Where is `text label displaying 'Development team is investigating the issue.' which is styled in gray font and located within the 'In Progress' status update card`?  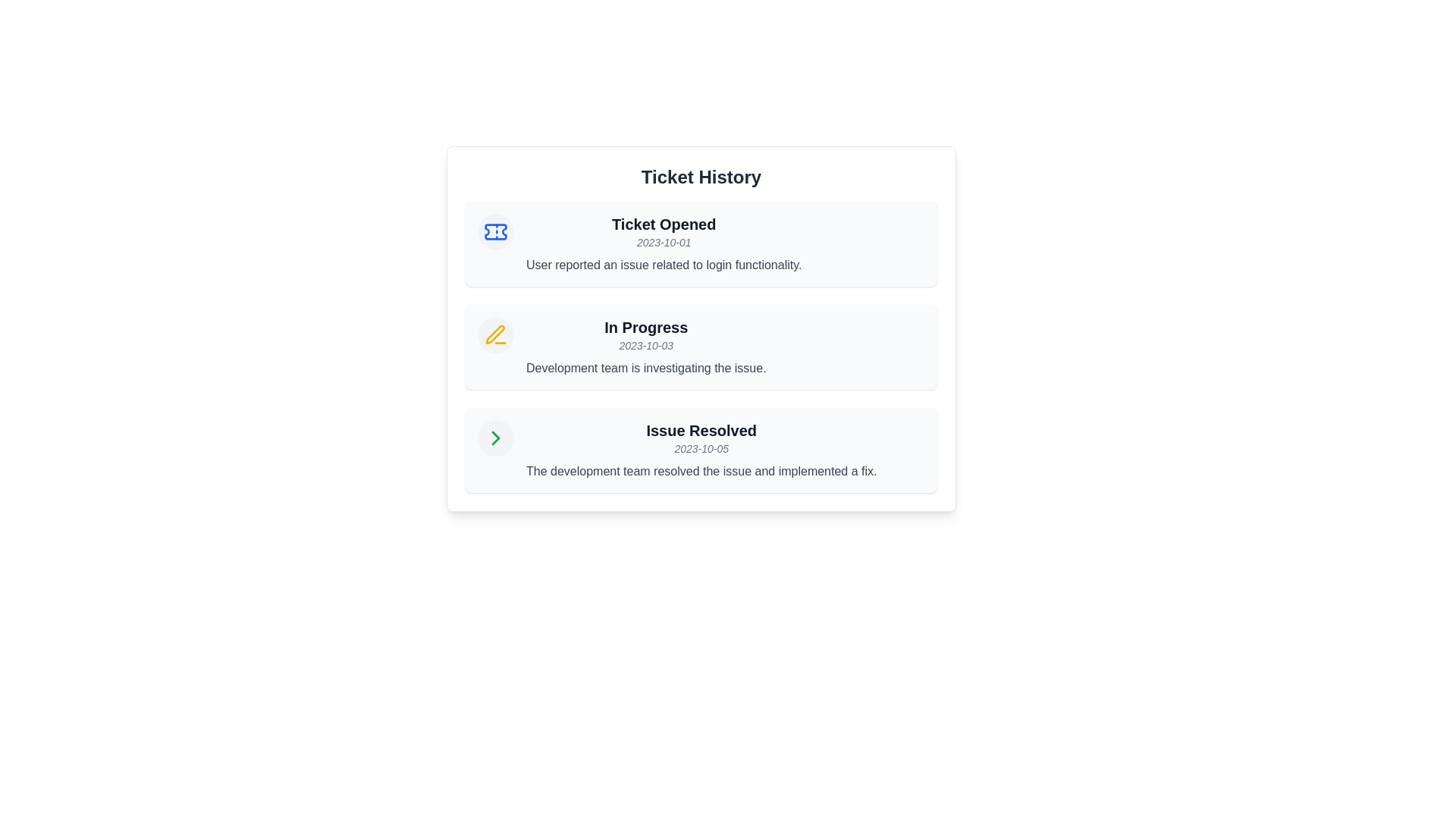
text label displaying 'Development team is investigating the issue.' which is styled in gray font and located within the 'In Progress' status update card is located at coordinates (646, 369).